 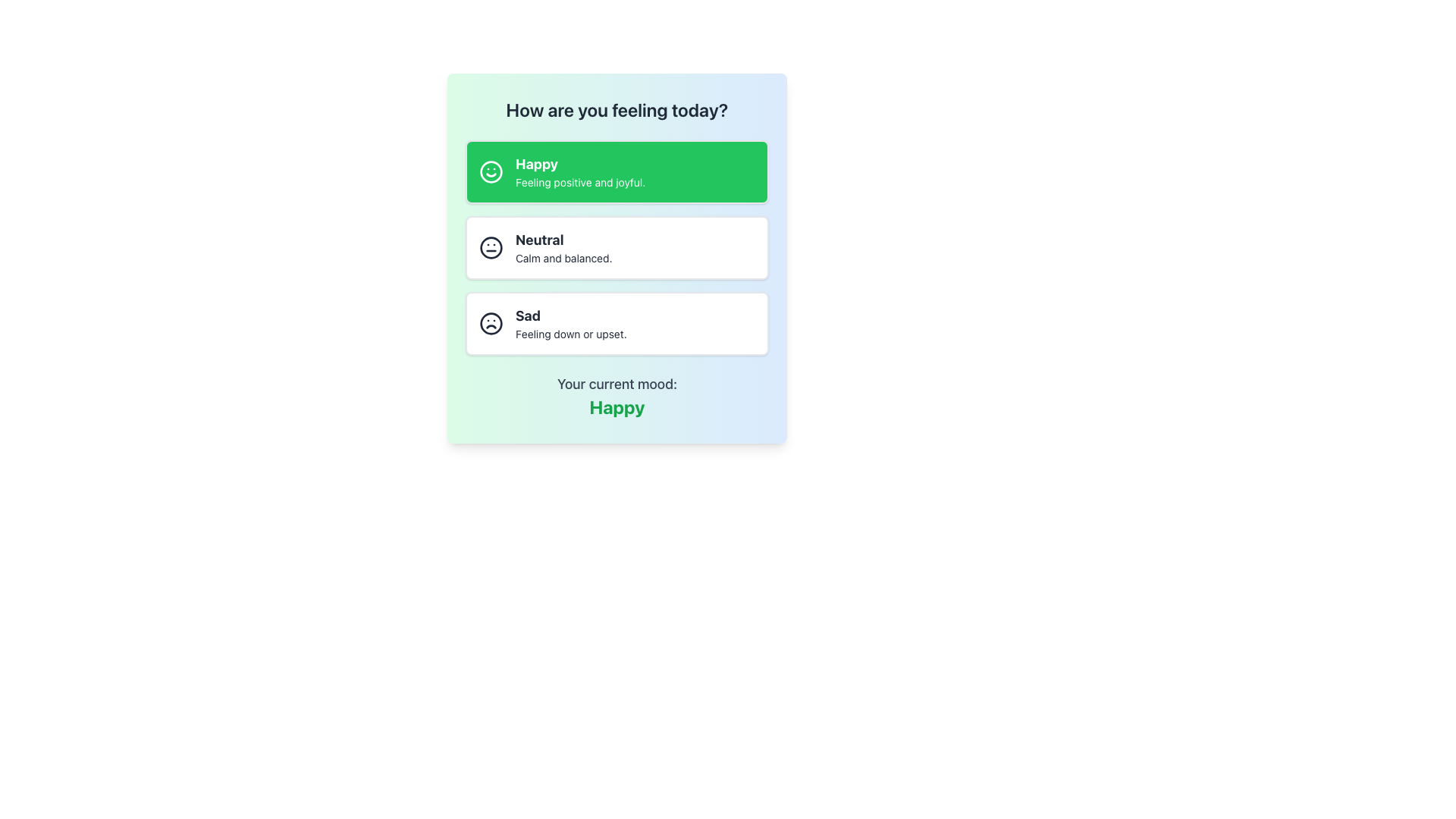 What do you see at coordinates (617, 406) in the screenshot?
I see `the bold-text display reading 'Happy', which is styled in a larger font size and green color` at bounding box center [617, 406].